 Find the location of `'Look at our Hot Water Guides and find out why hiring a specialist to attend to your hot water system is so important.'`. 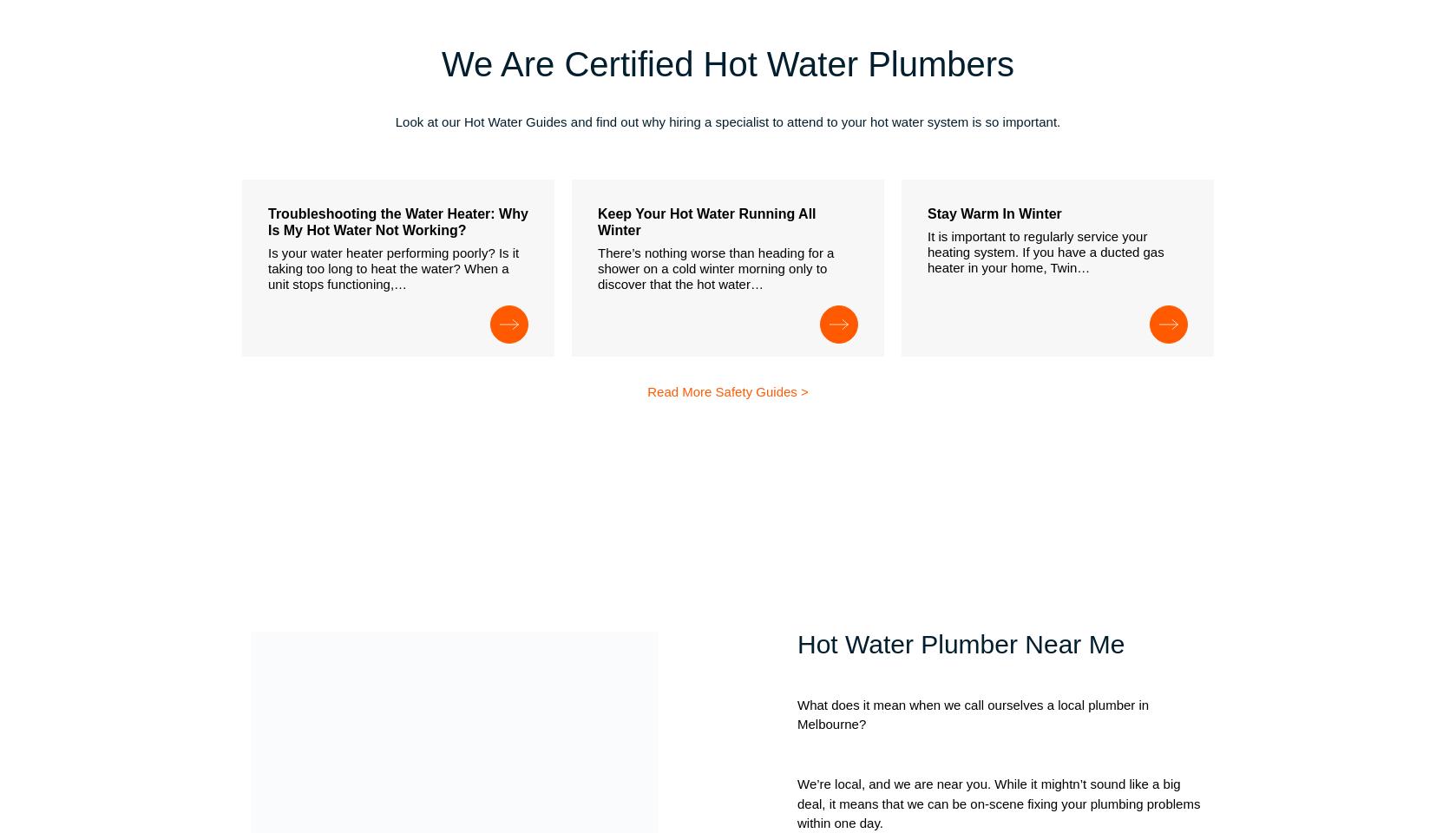

'Look at our Hot Water Guides and find out why hiring a specialist to attend to your hot water system is so important.' is located at coordinates (726, 121).